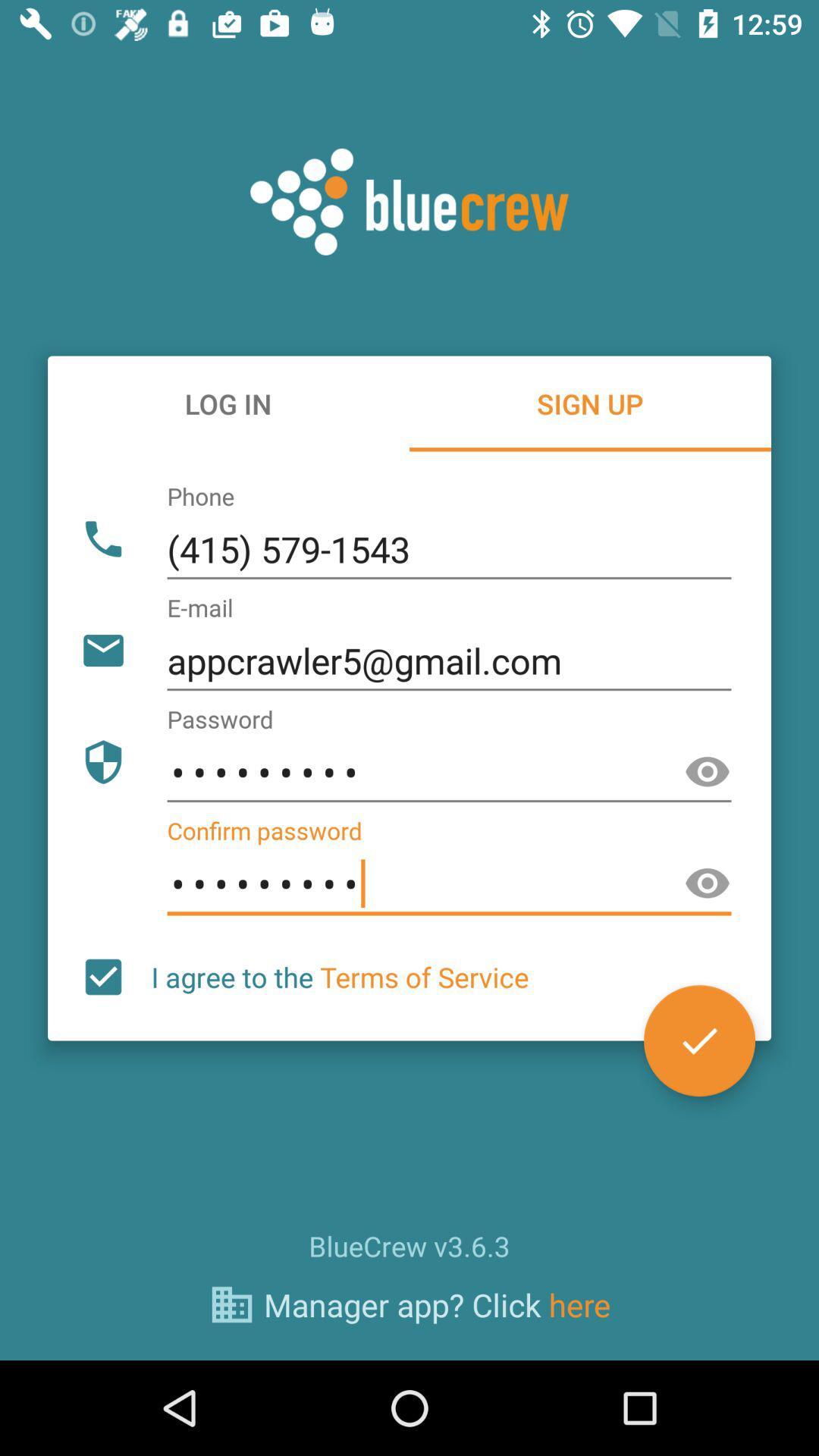 This screenshot has height=1456, width=819. Describe the element at coordinates (102, 977) in the screenshot. I see `the icon to the left of i agree to item` at that location.